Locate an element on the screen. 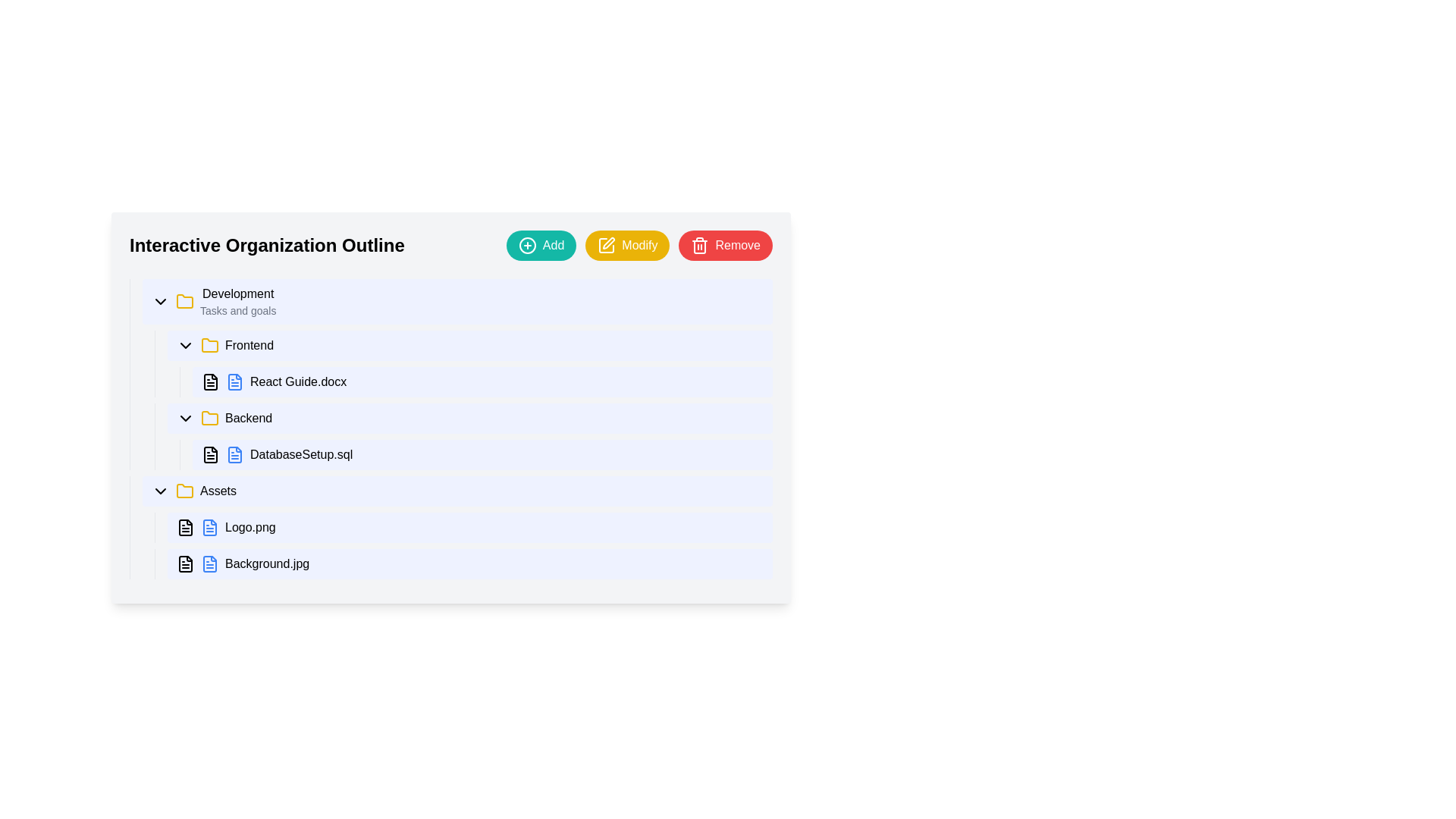  the first collapsible menu item labeled 'Frontend' under the 'Development' section is located at coordinates (469, 345).